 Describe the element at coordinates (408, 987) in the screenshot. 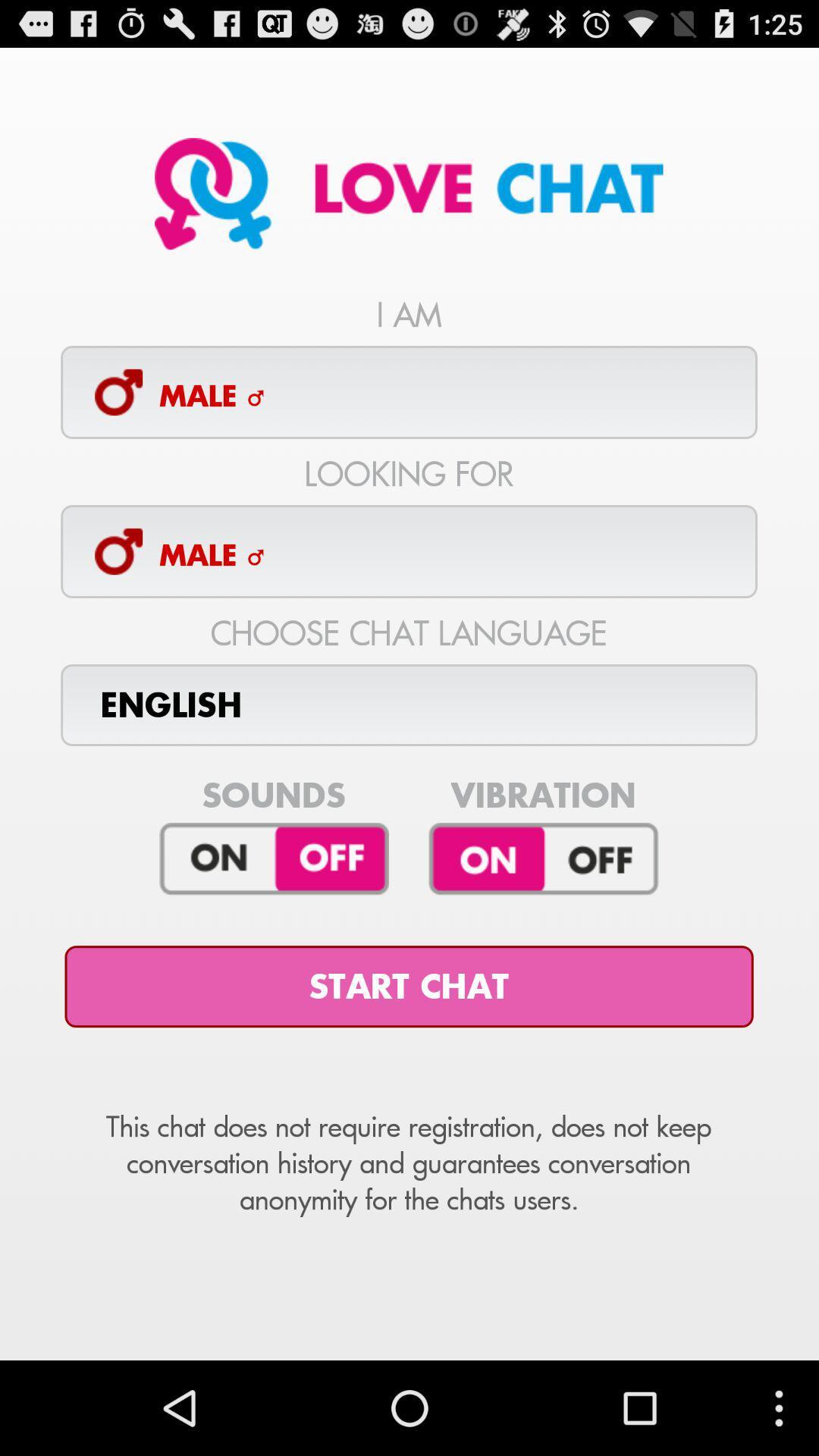

I see `the start chat button` at that location.